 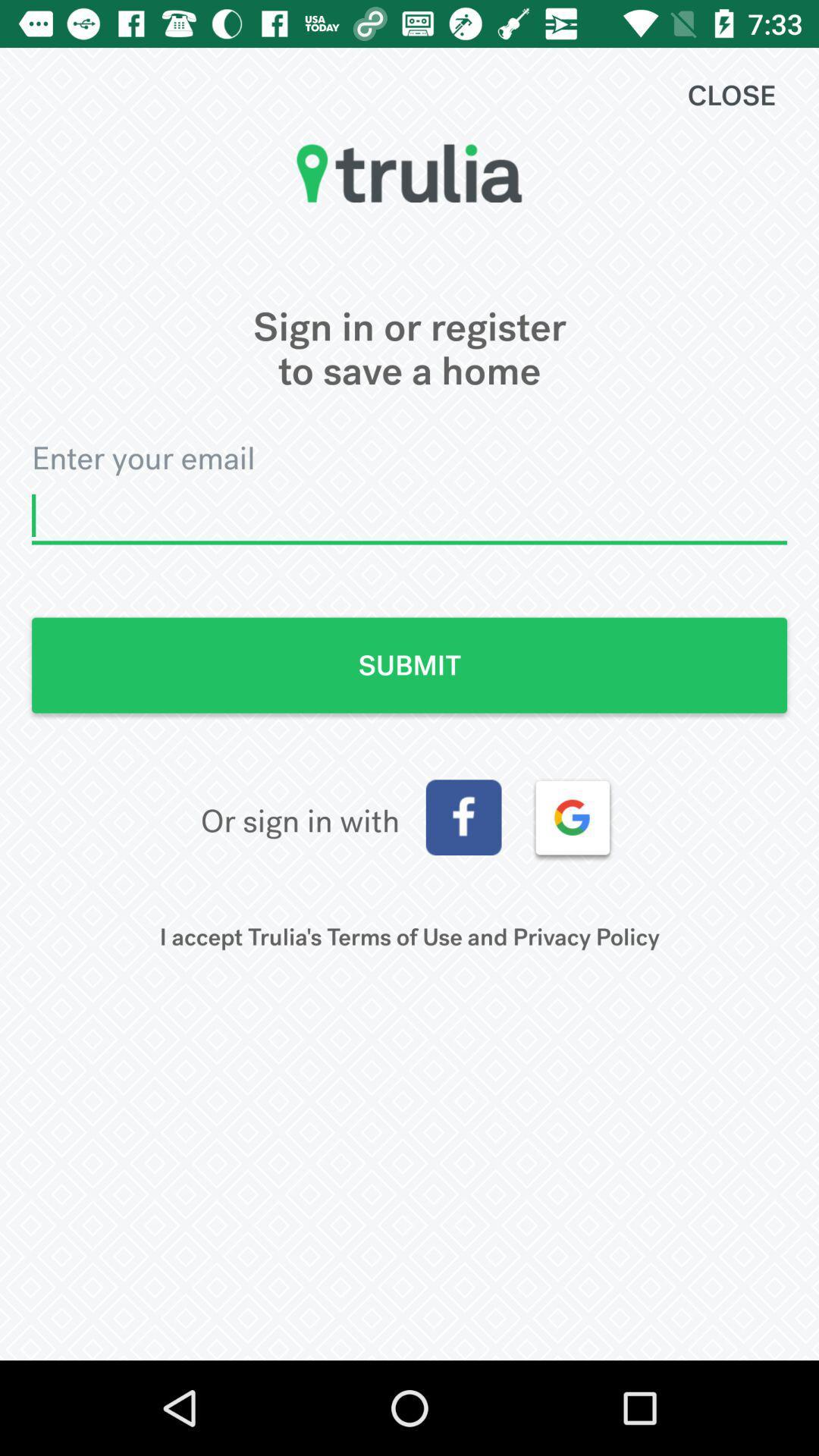 What do you see at coordinates (573, 817) in the screenshot?
I see `sign up with google account` at bounding box center [573, 817].